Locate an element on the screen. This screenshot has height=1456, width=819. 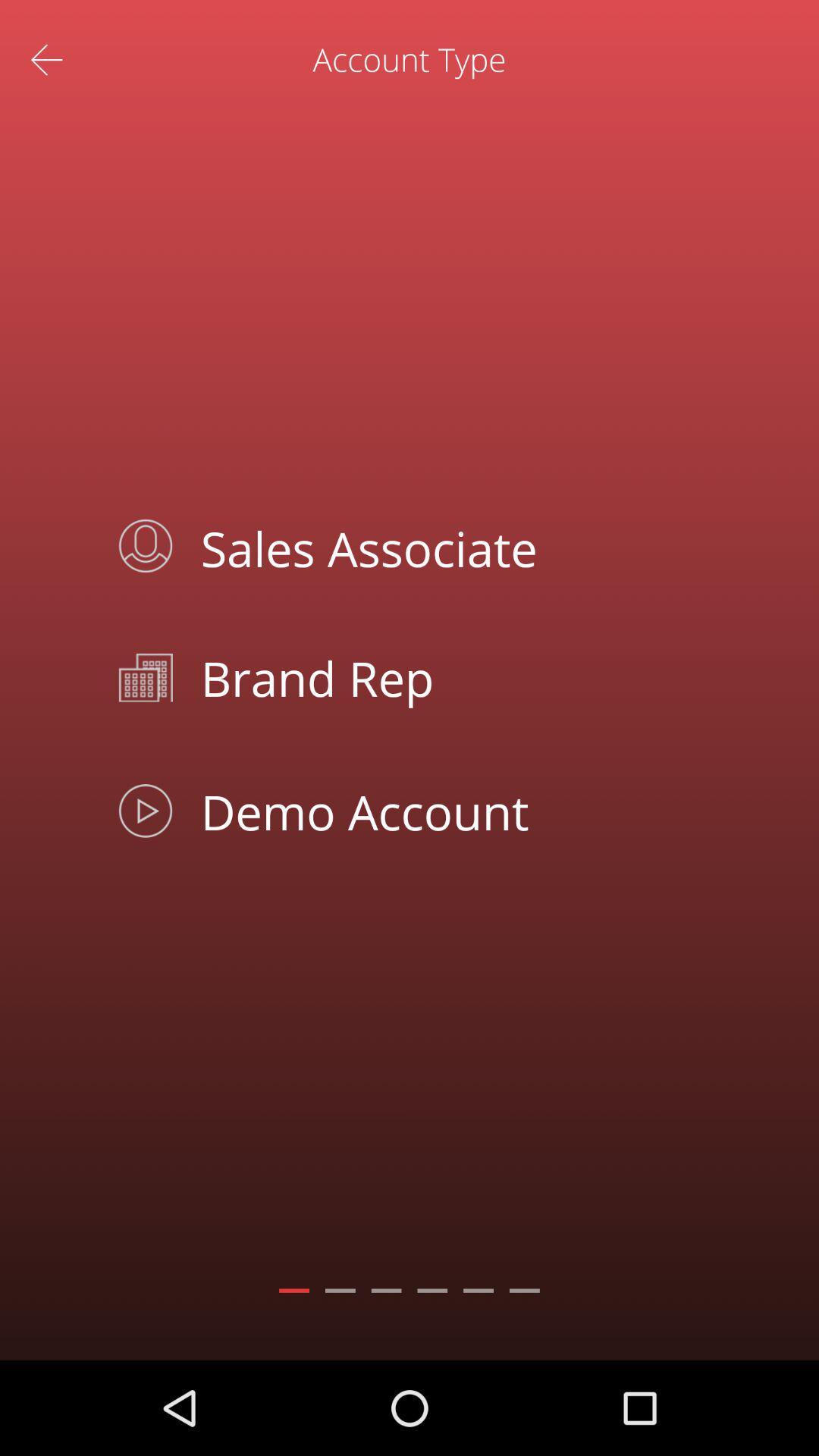
demo account item is located at coordinates (444, 811).